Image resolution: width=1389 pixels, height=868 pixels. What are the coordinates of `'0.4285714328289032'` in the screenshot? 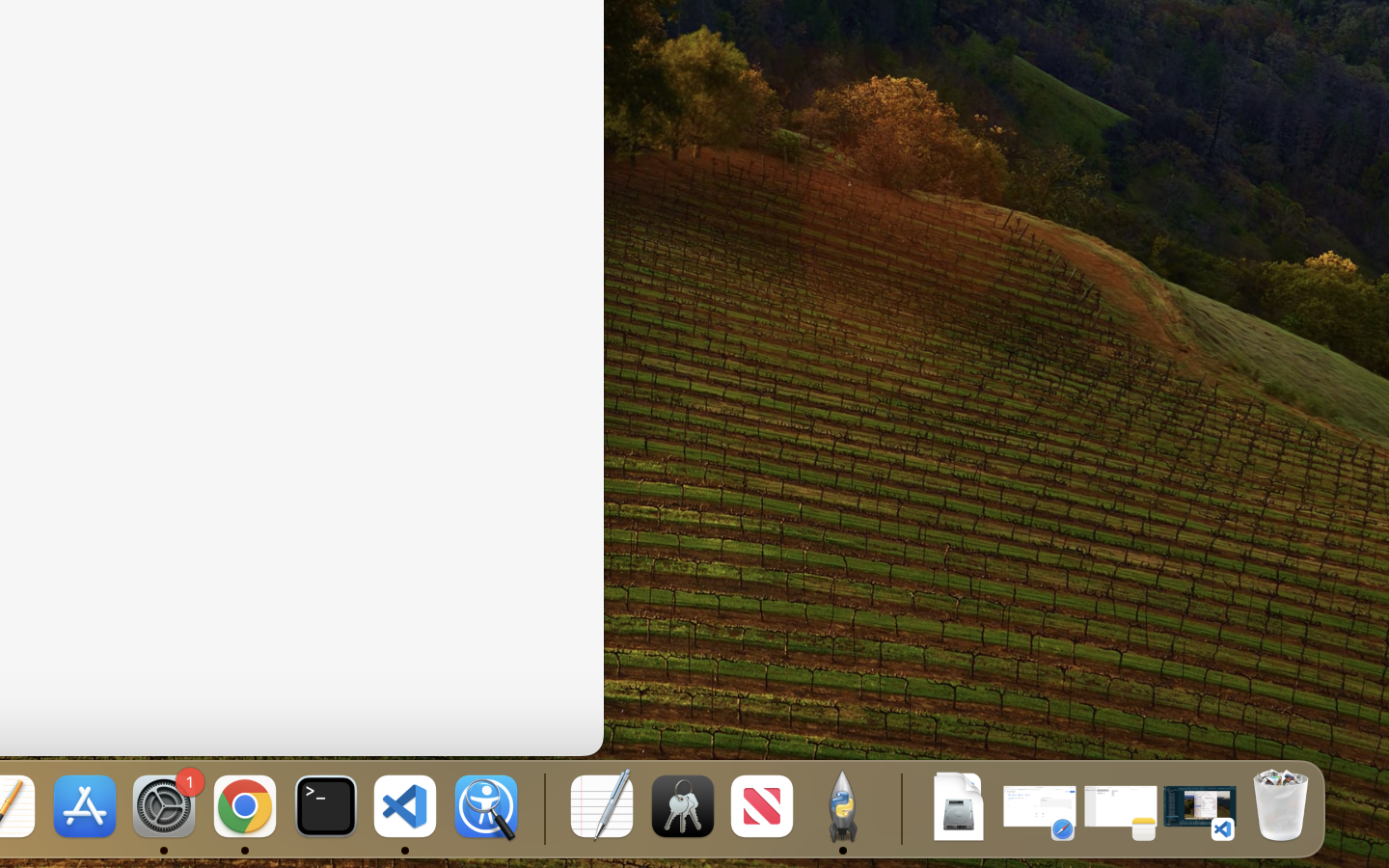 It's located at (542, 807).